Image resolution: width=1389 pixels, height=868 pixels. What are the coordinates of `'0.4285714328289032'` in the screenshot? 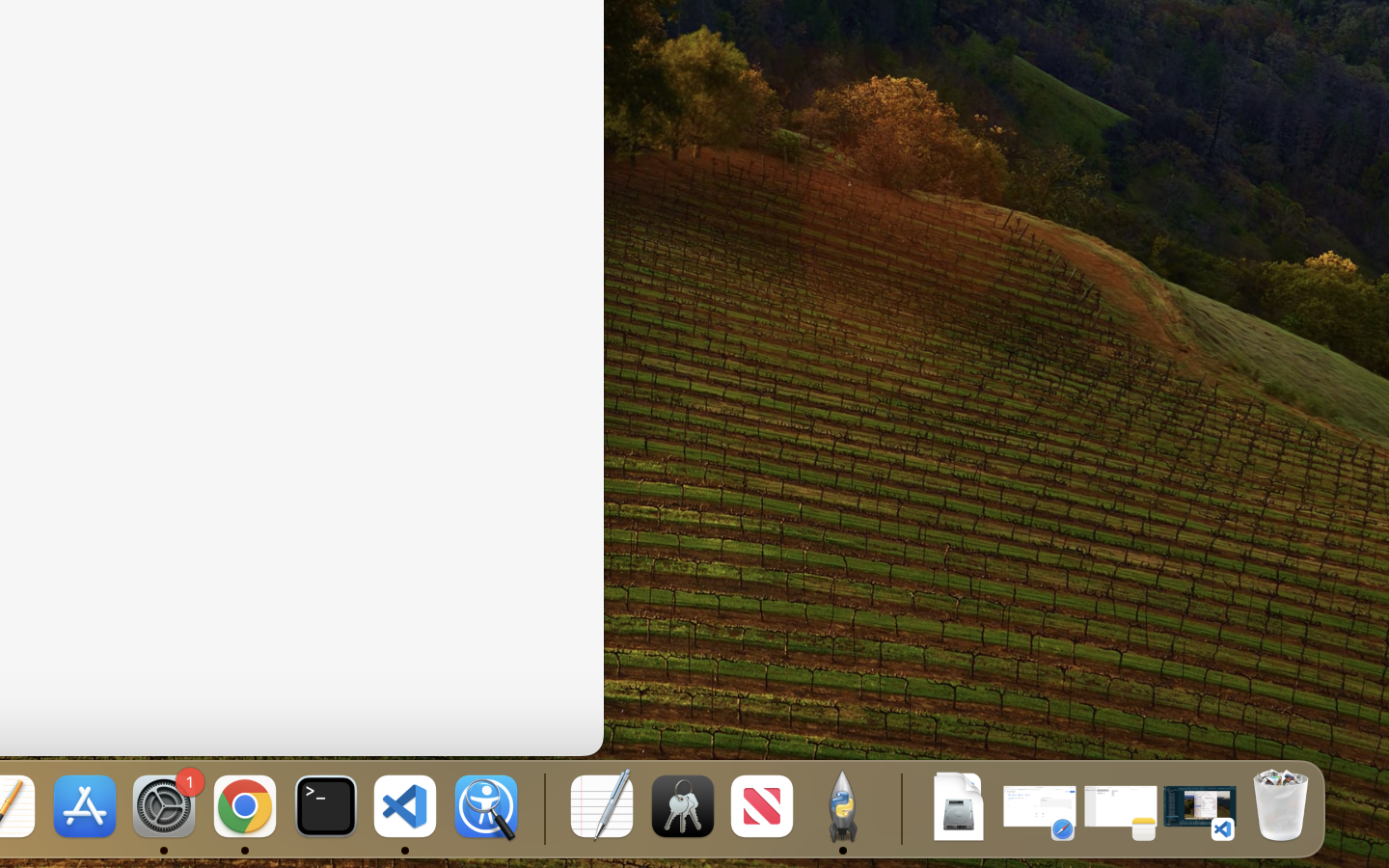 It's located at (542, 807).